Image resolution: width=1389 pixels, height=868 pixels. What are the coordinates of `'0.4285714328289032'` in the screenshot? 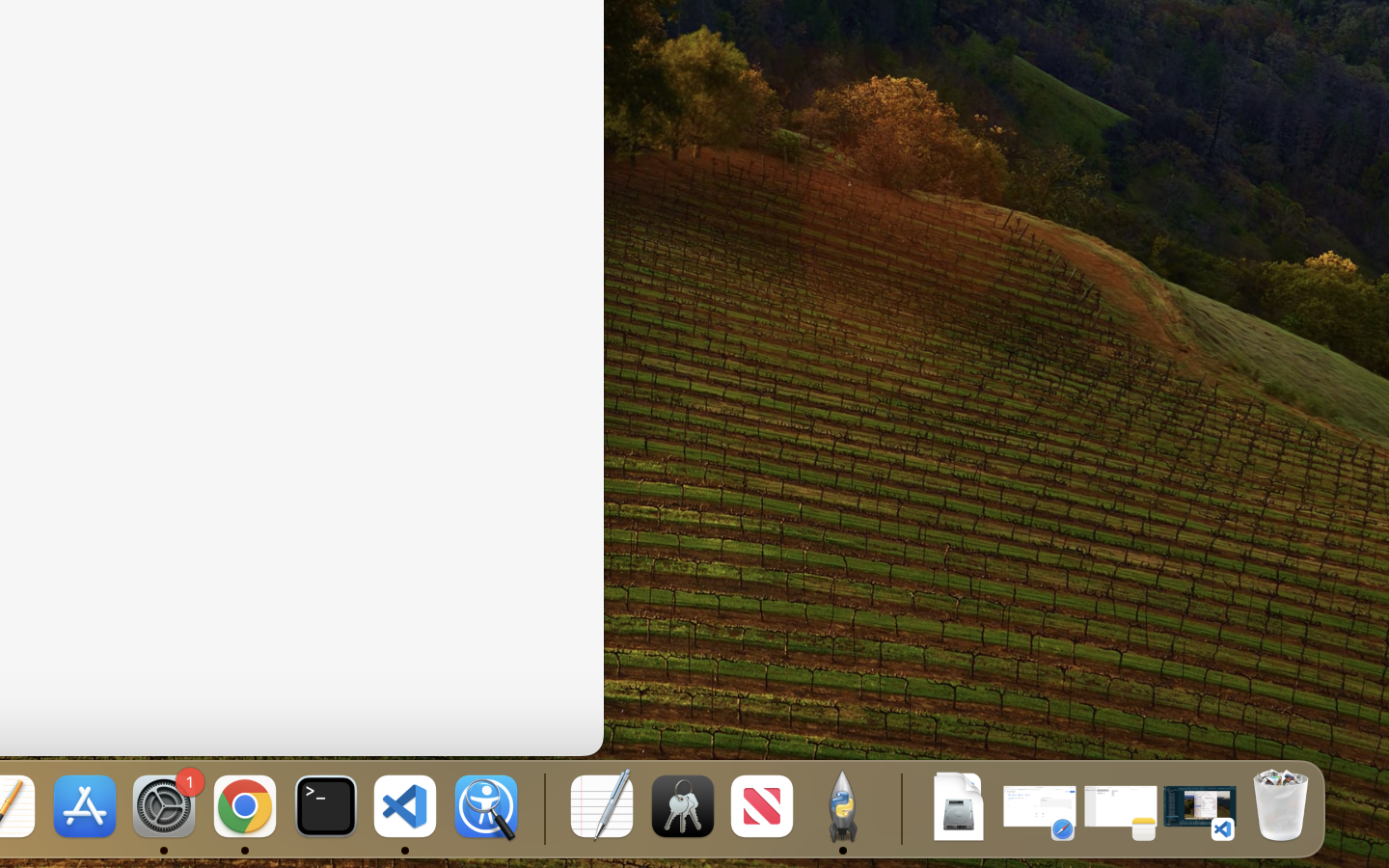 It's located at (542, 807).